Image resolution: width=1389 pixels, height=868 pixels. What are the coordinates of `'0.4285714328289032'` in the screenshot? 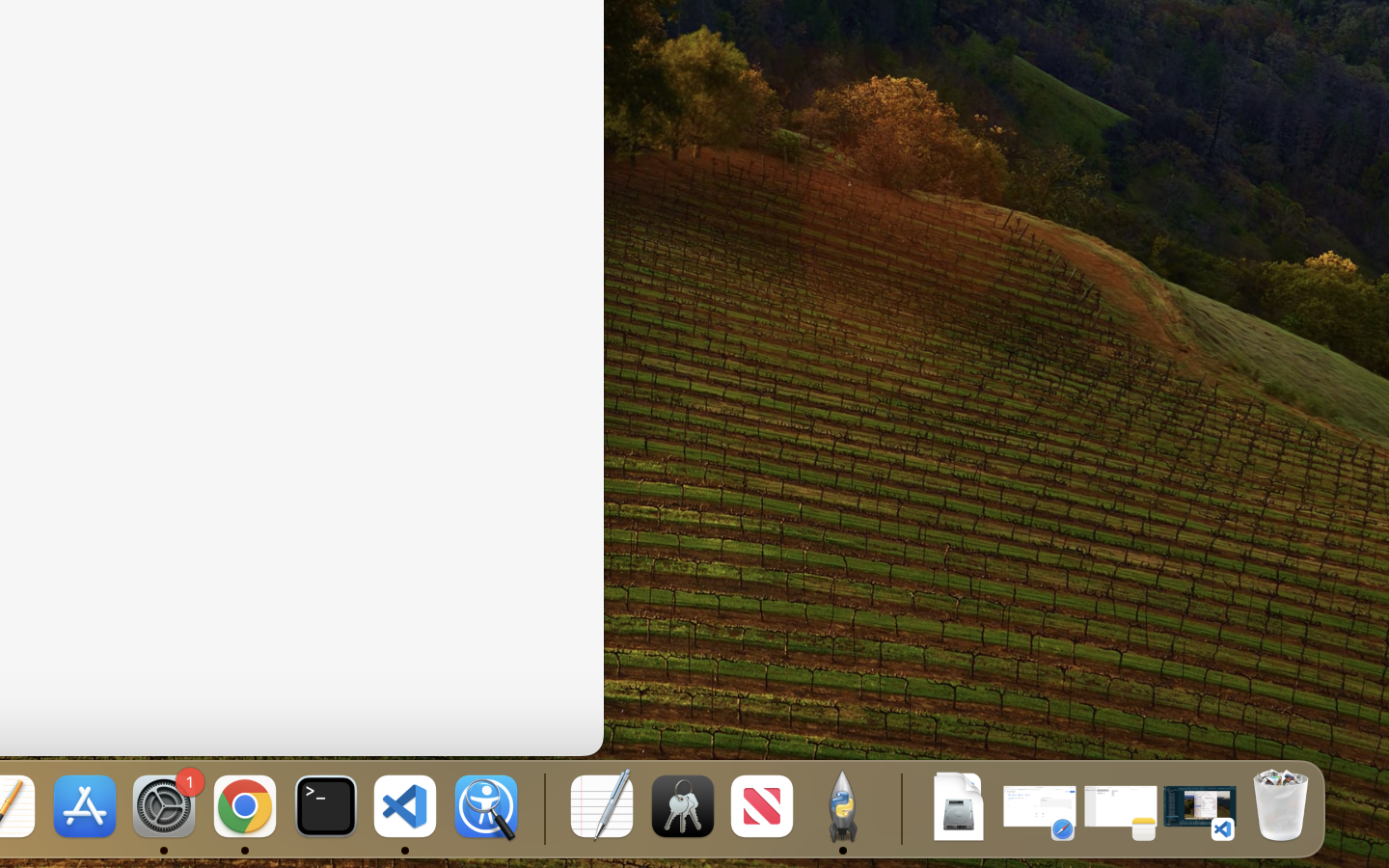 It's located at (542, 807).